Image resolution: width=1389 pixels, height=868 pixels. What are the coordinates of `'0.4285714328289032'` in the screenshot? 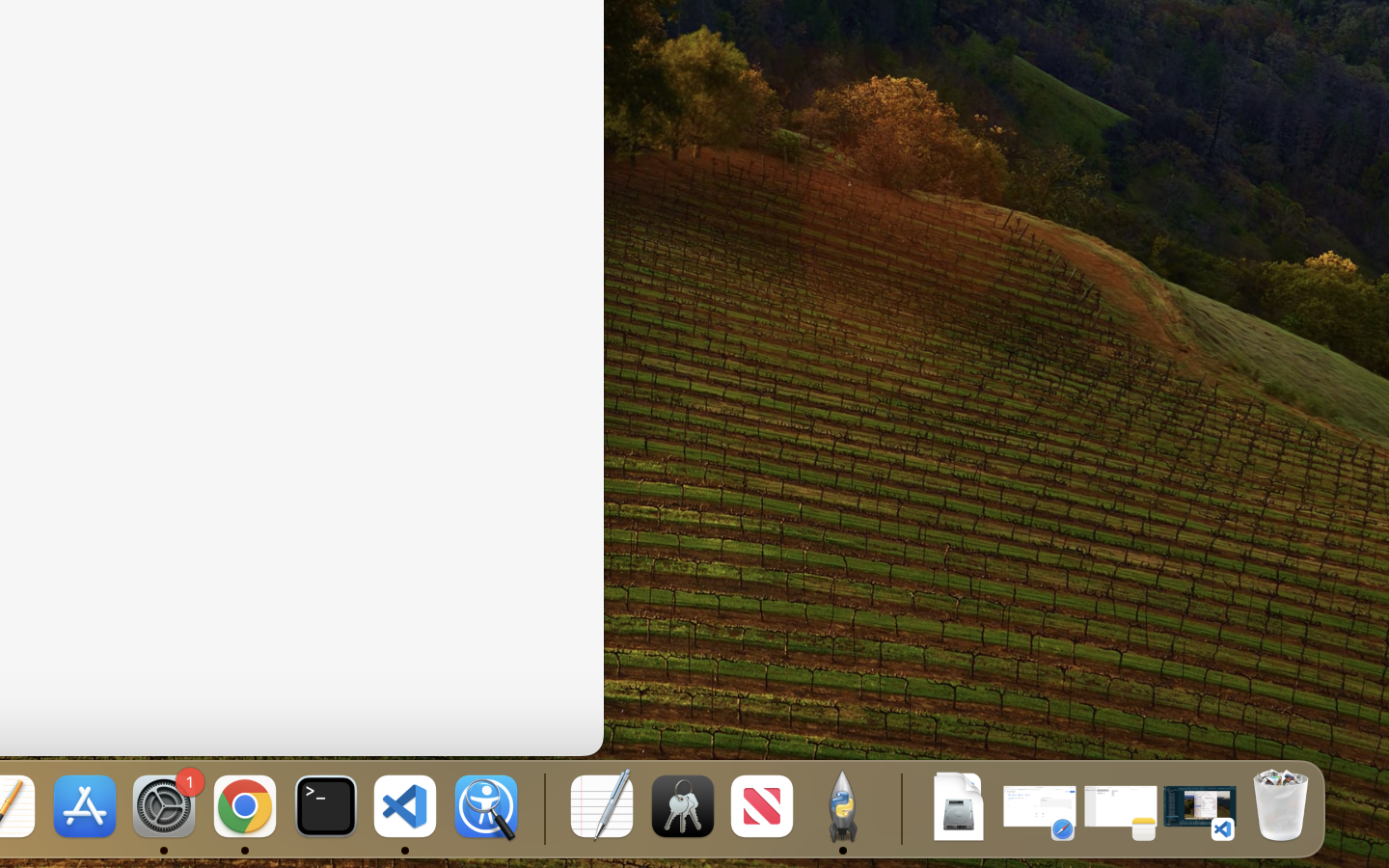 It's located at (542, 807).